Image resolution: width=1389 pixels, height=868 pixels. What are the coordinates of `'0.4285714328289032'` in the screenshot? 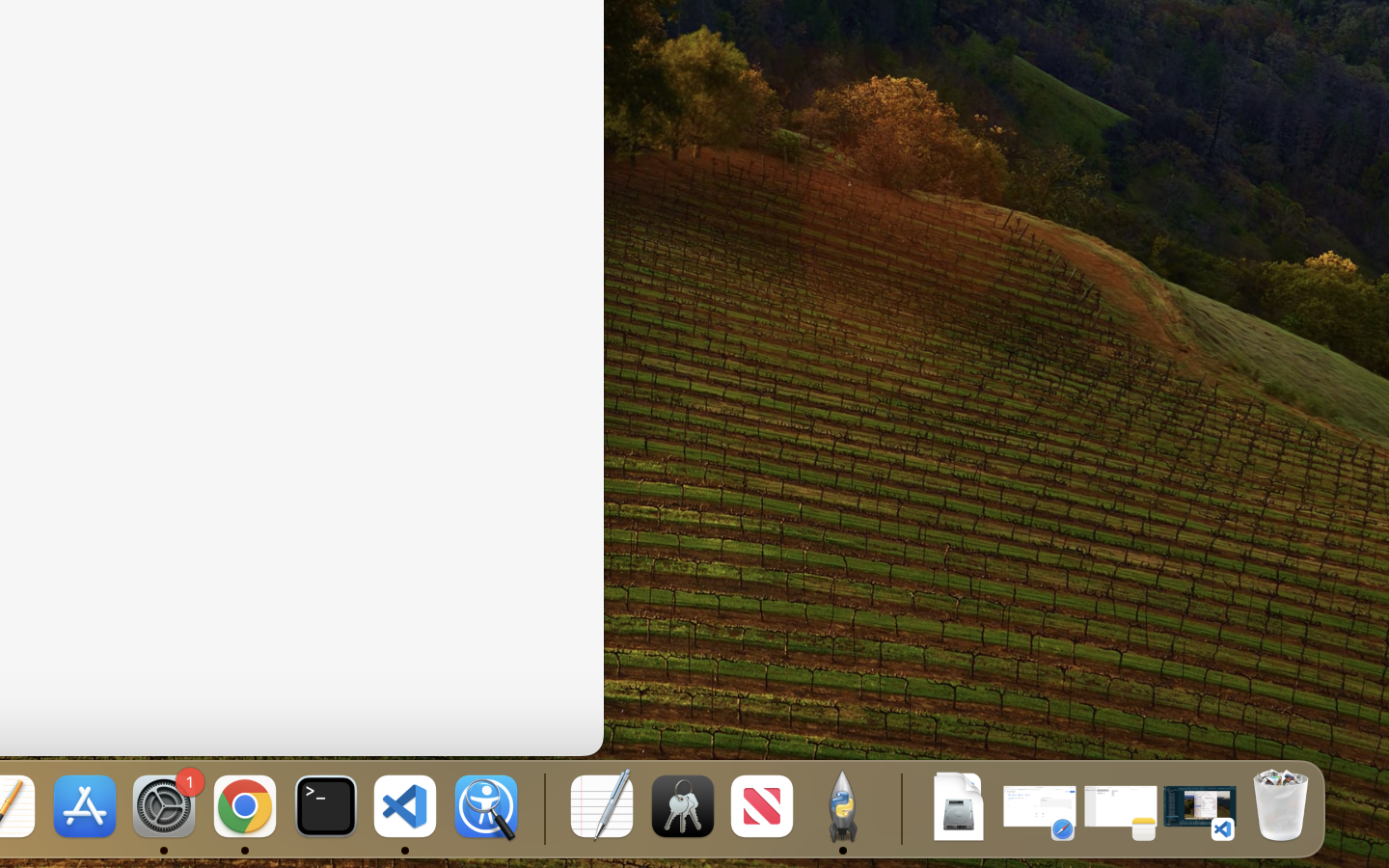 It's located at (542, 807).